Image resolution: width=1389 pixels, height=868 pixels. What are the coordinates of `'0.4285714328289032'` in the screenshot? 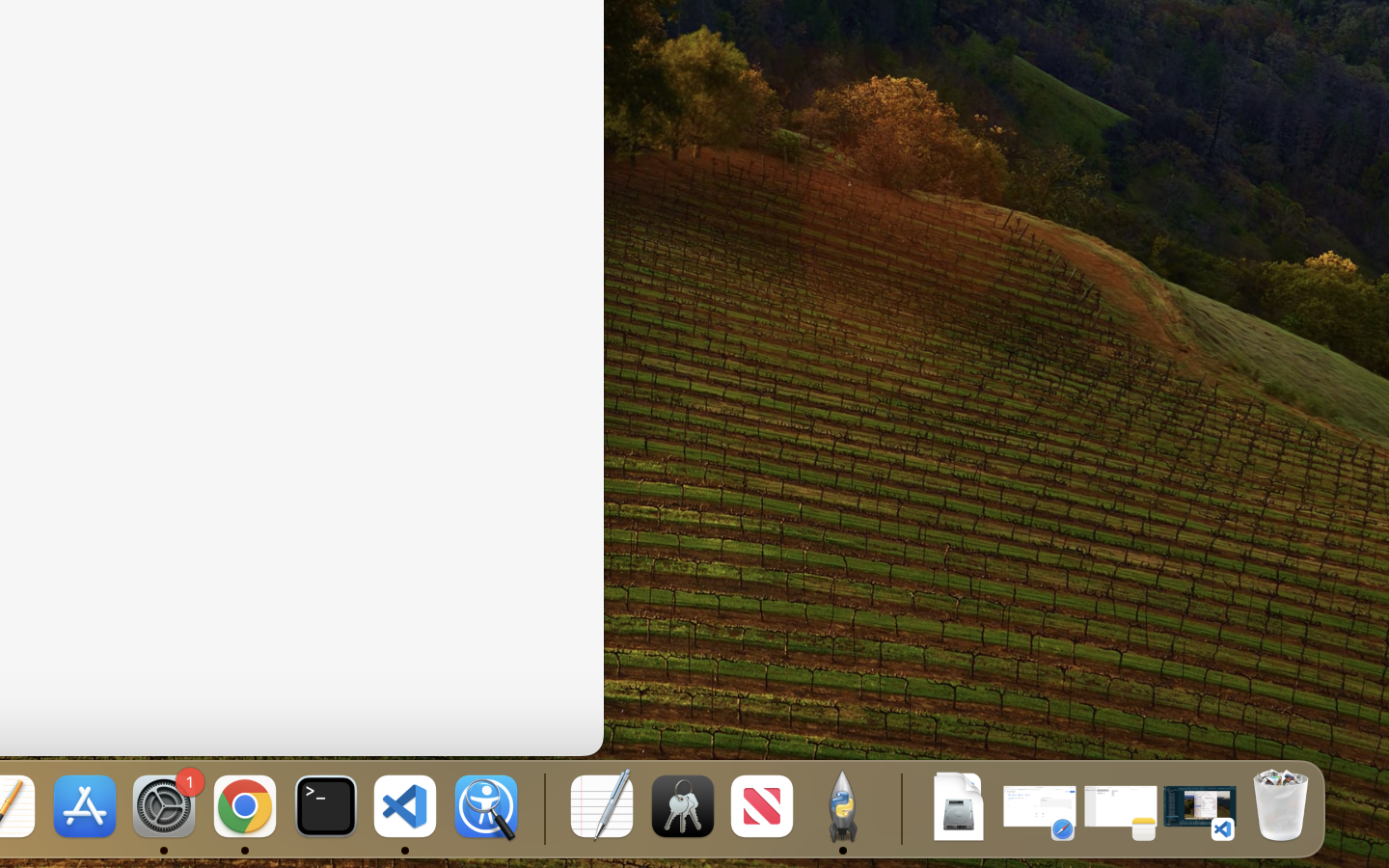 It's located at (542, 807).